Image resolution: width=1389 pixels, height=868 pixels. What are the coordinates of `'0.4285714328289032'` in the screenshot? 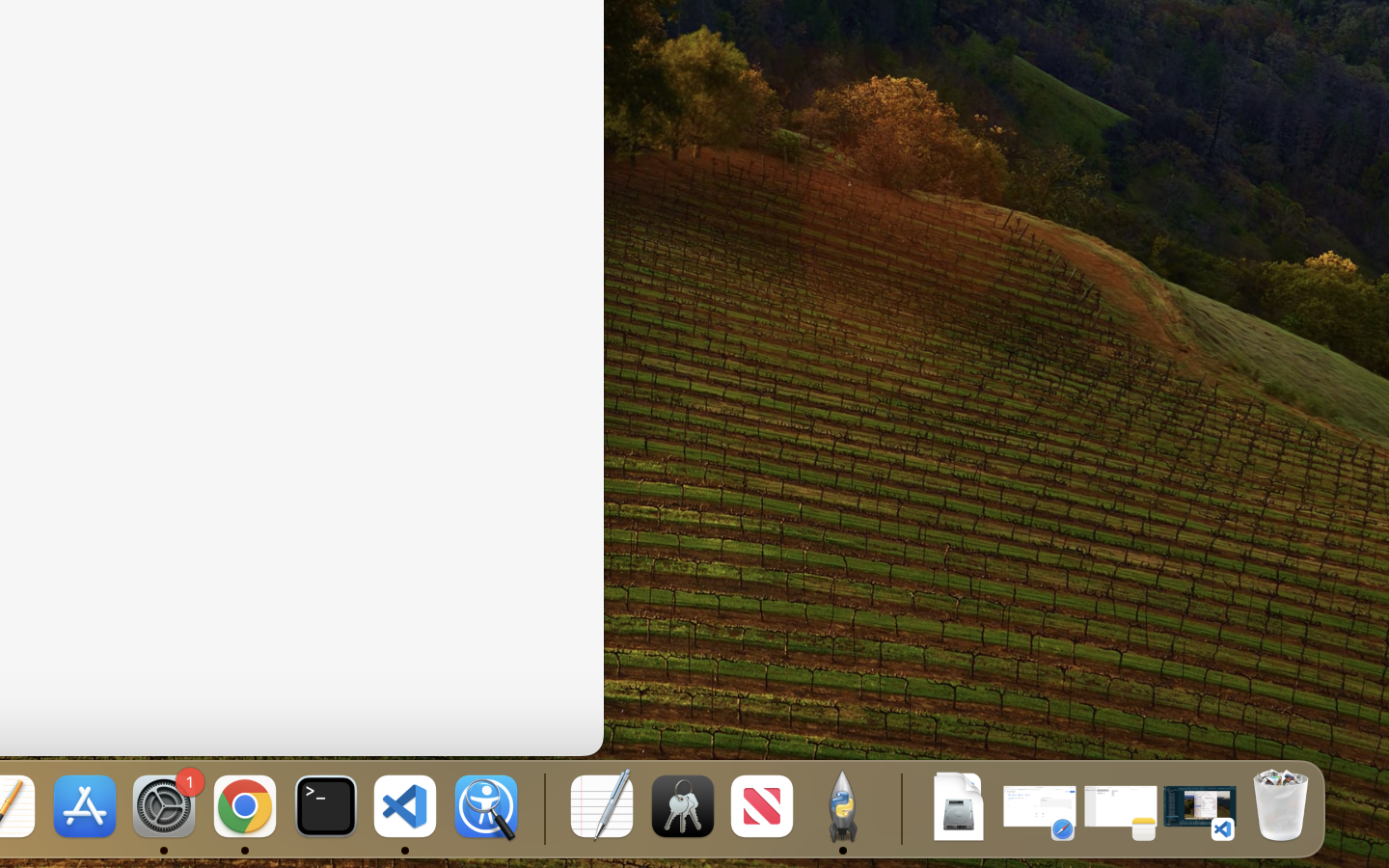 It's located at (542, 807).